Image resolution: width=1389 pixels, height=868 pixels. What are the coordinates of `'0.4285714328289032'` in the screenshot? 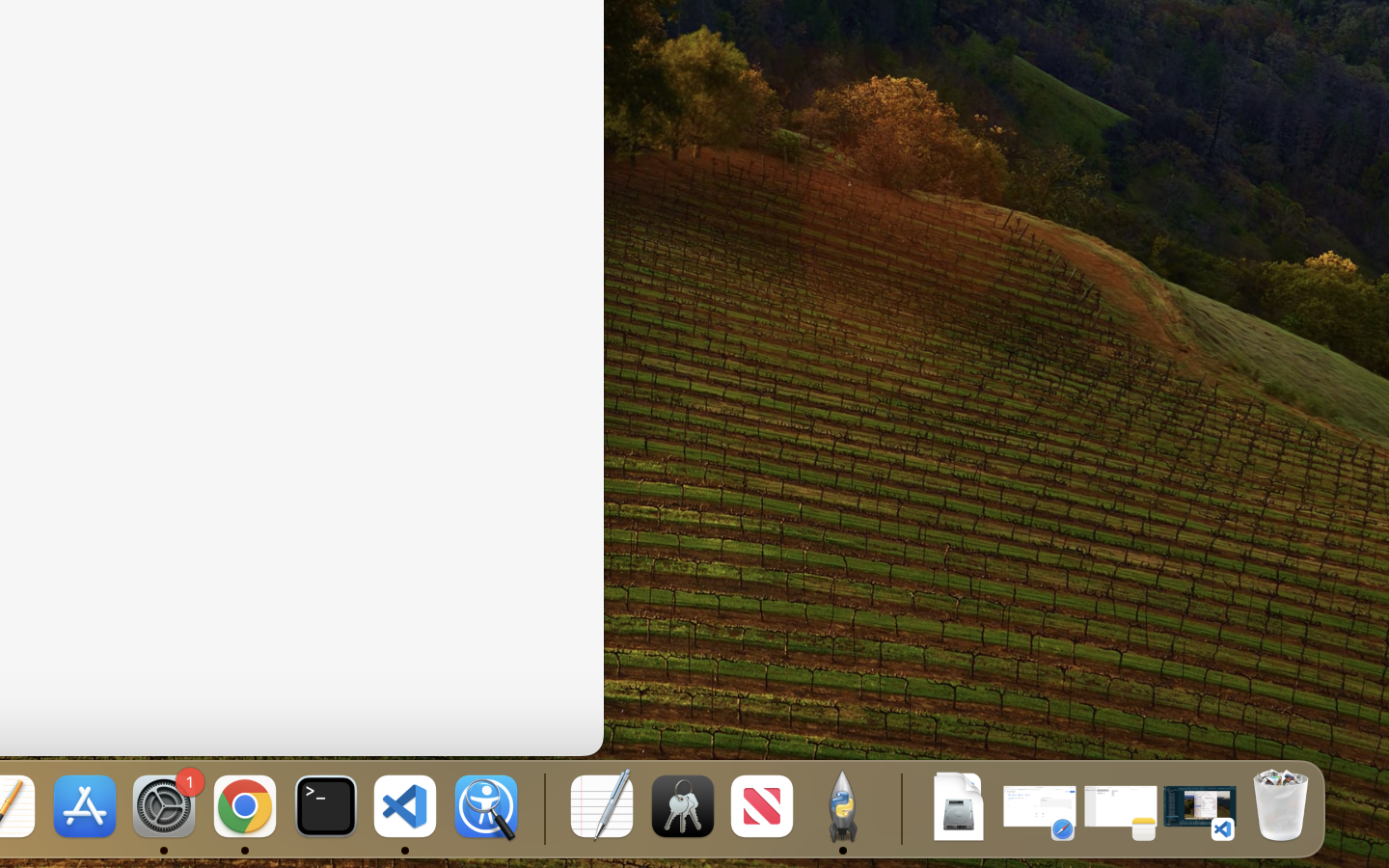 It's located at (542, 807).